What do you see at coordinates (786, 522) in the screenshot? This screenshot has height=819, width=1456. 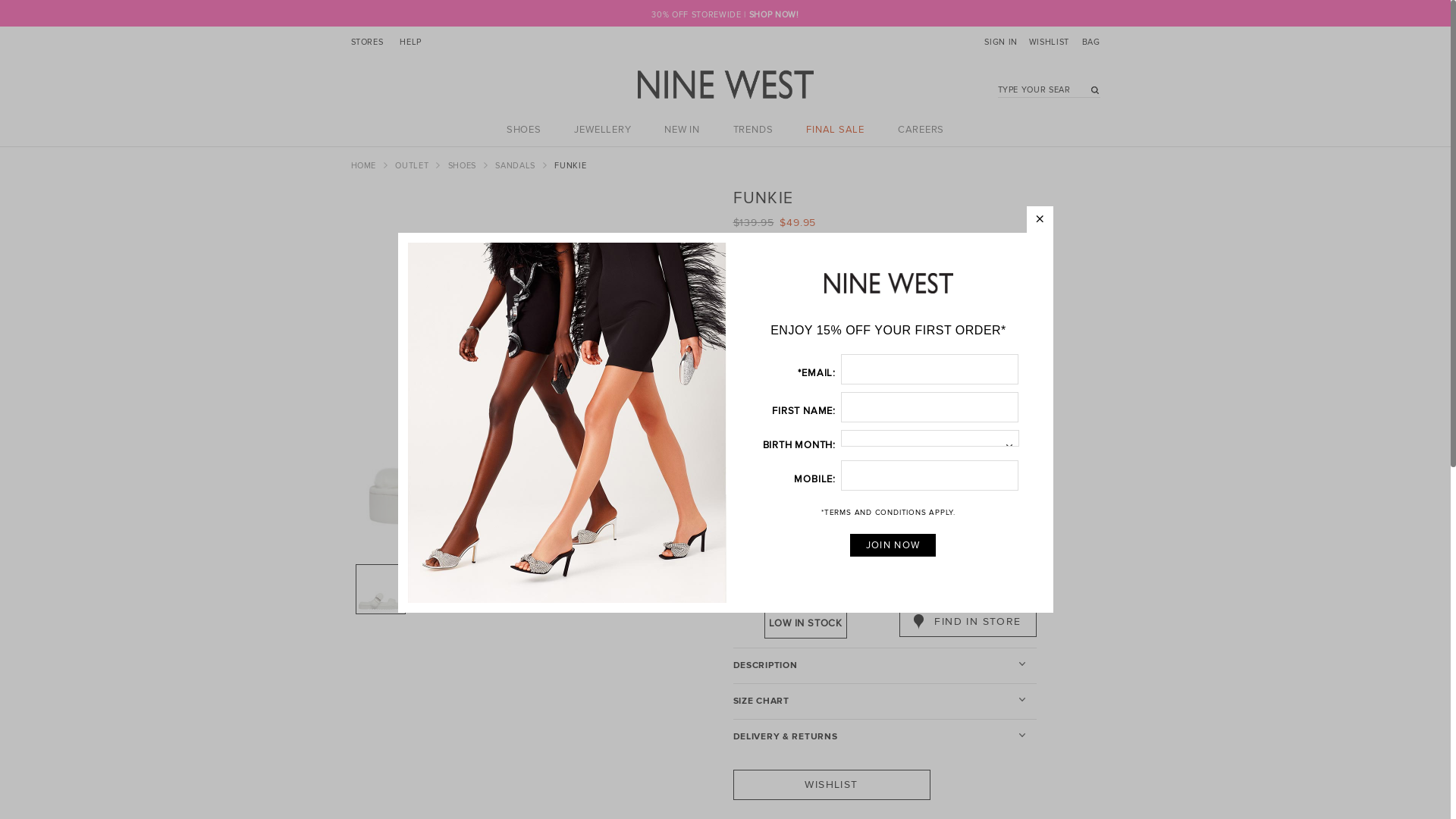 I see `'IVORY'` at bounding box center [786, 522].